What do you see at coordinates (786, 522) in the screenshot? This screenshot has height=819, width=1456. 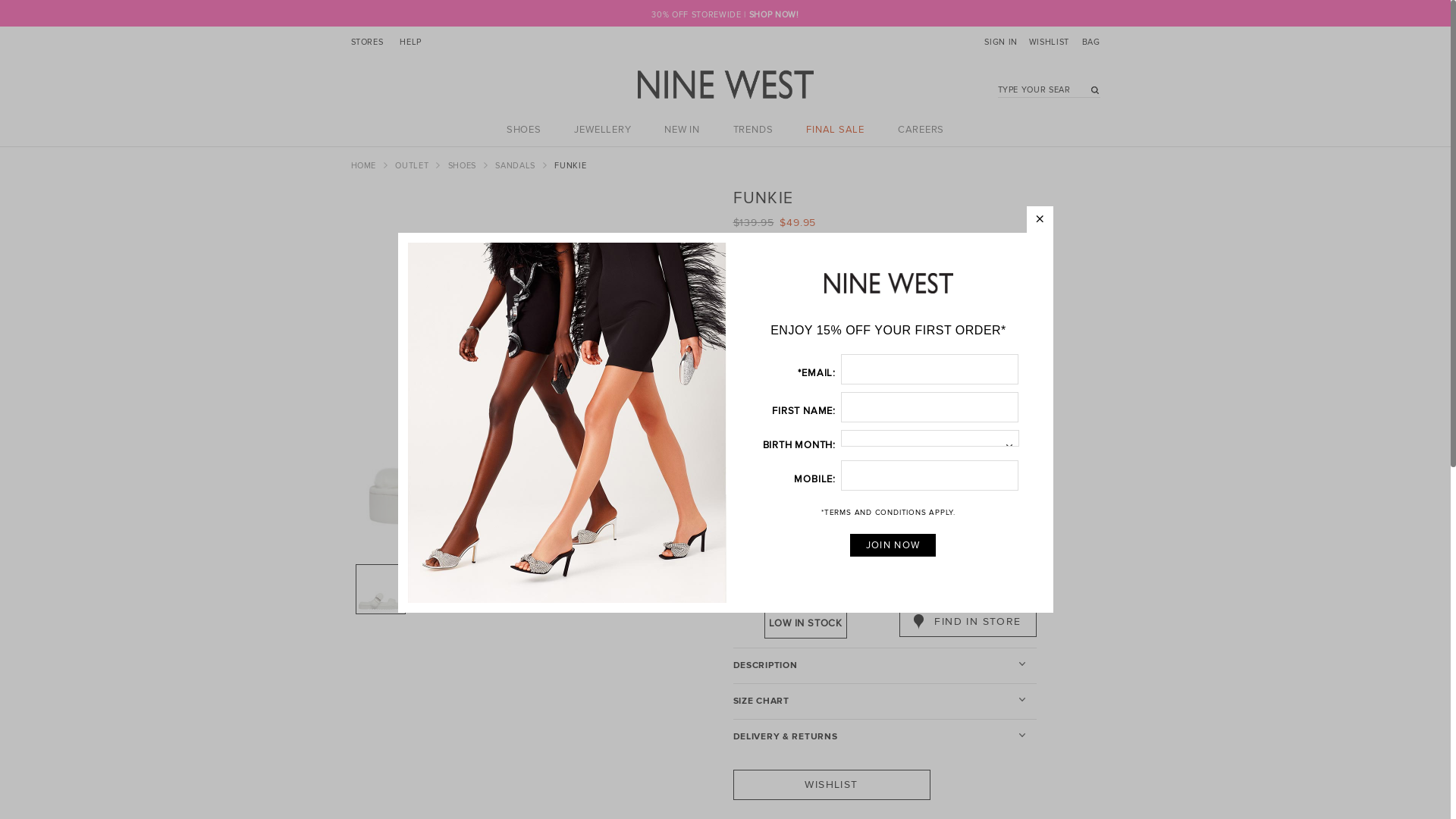 I see `'IVORY'` at bounding box center [786, 522].